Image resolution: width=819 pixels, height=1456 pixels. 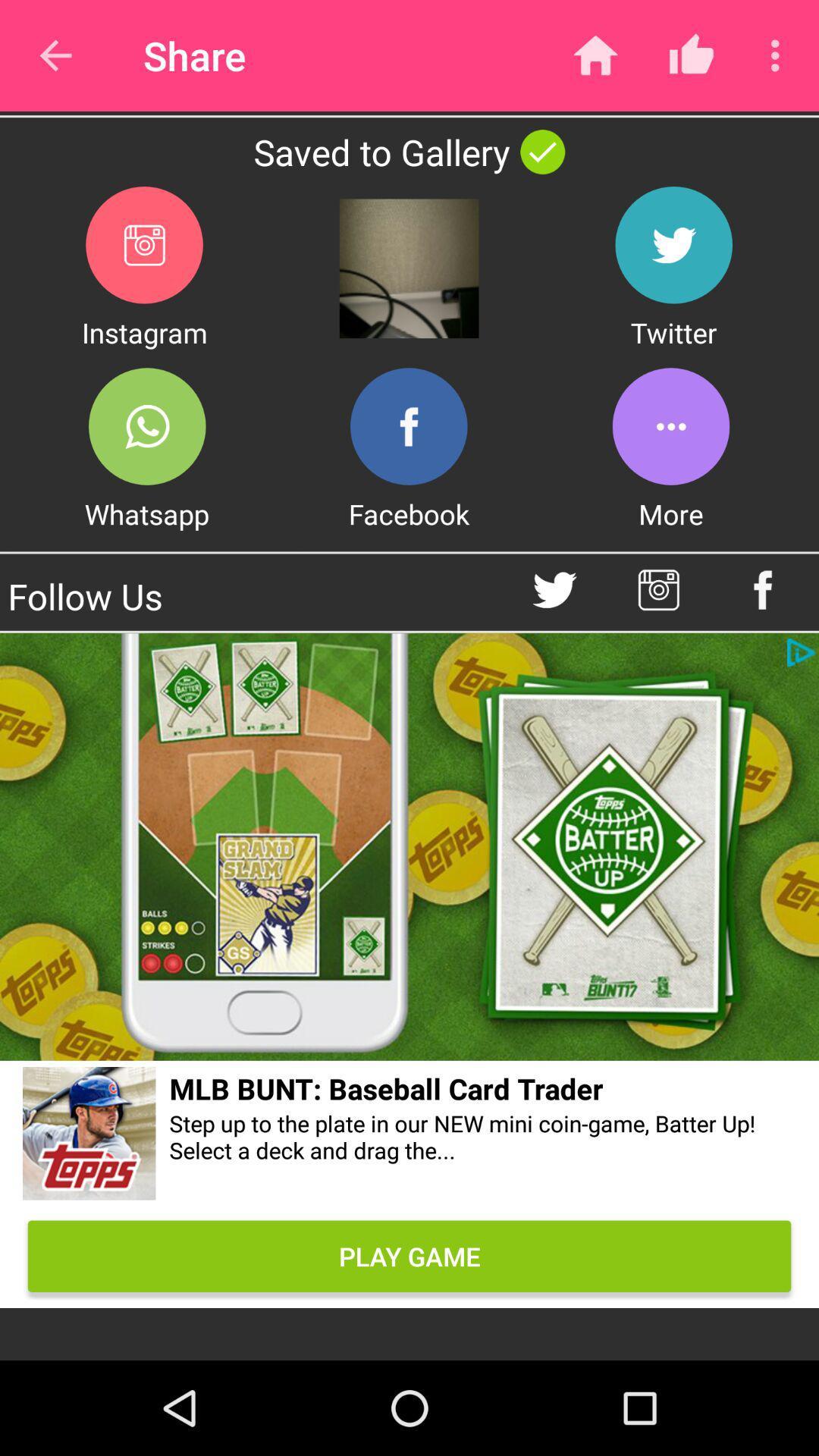 I want to click on whatsapp button, so click(x=147, y=425).